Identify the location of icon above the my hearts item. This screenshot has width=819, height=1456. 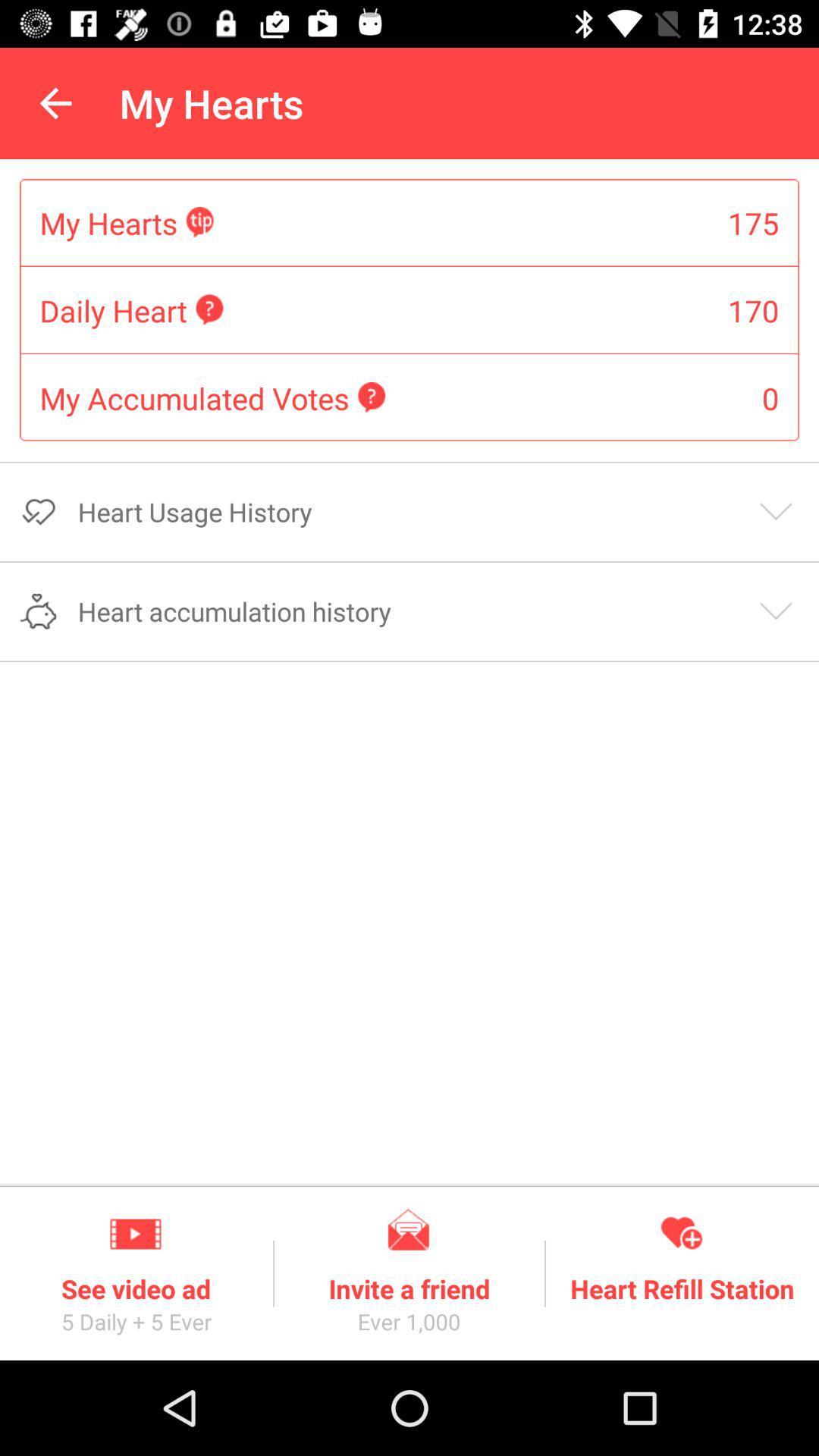
(55, 102).